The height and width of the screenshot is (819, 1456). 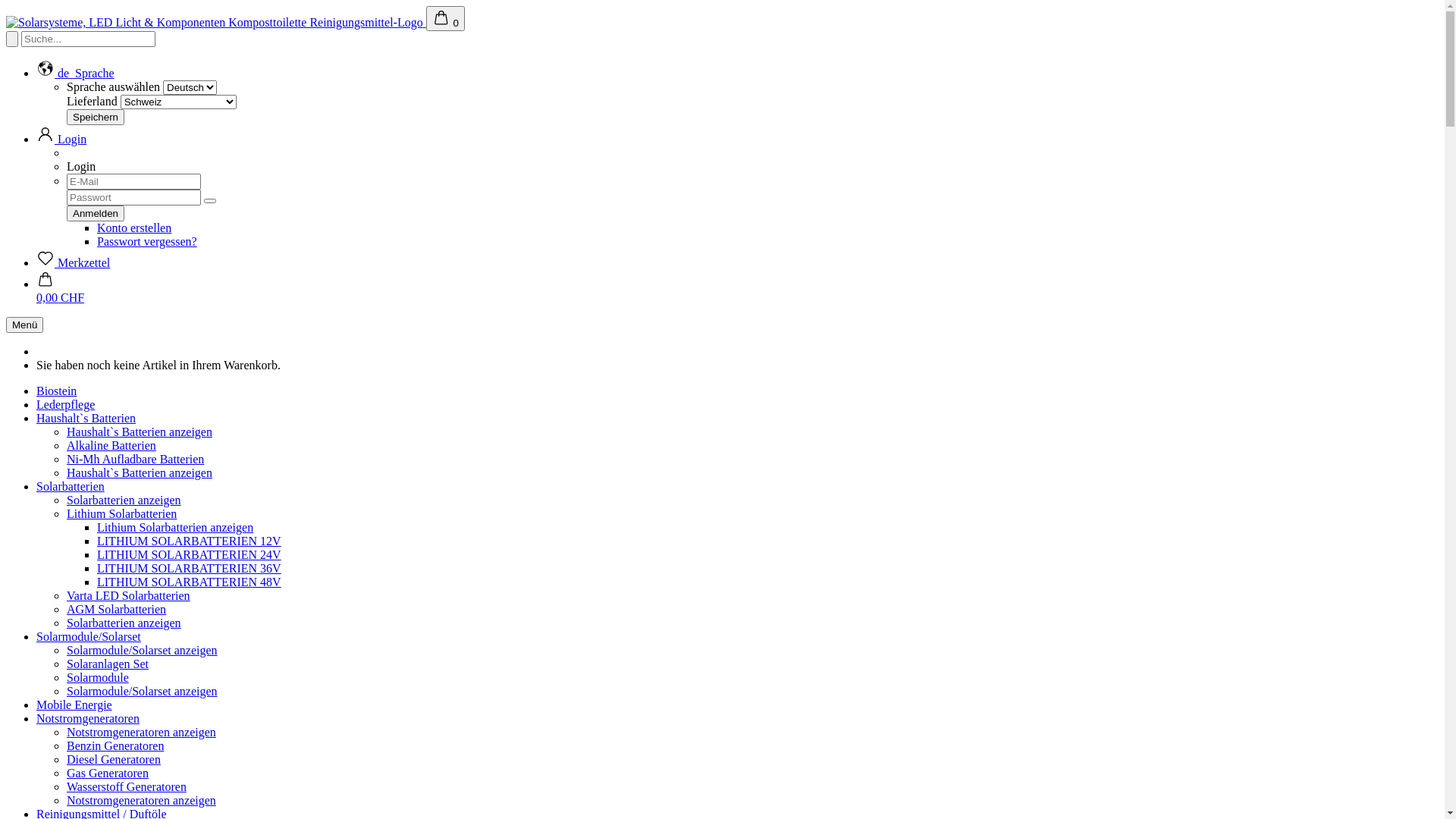 What do you see at coordinates (96, 240) in the screenshot?
I see `'Passwort vergessen?'` at bounding box center [96, 240].